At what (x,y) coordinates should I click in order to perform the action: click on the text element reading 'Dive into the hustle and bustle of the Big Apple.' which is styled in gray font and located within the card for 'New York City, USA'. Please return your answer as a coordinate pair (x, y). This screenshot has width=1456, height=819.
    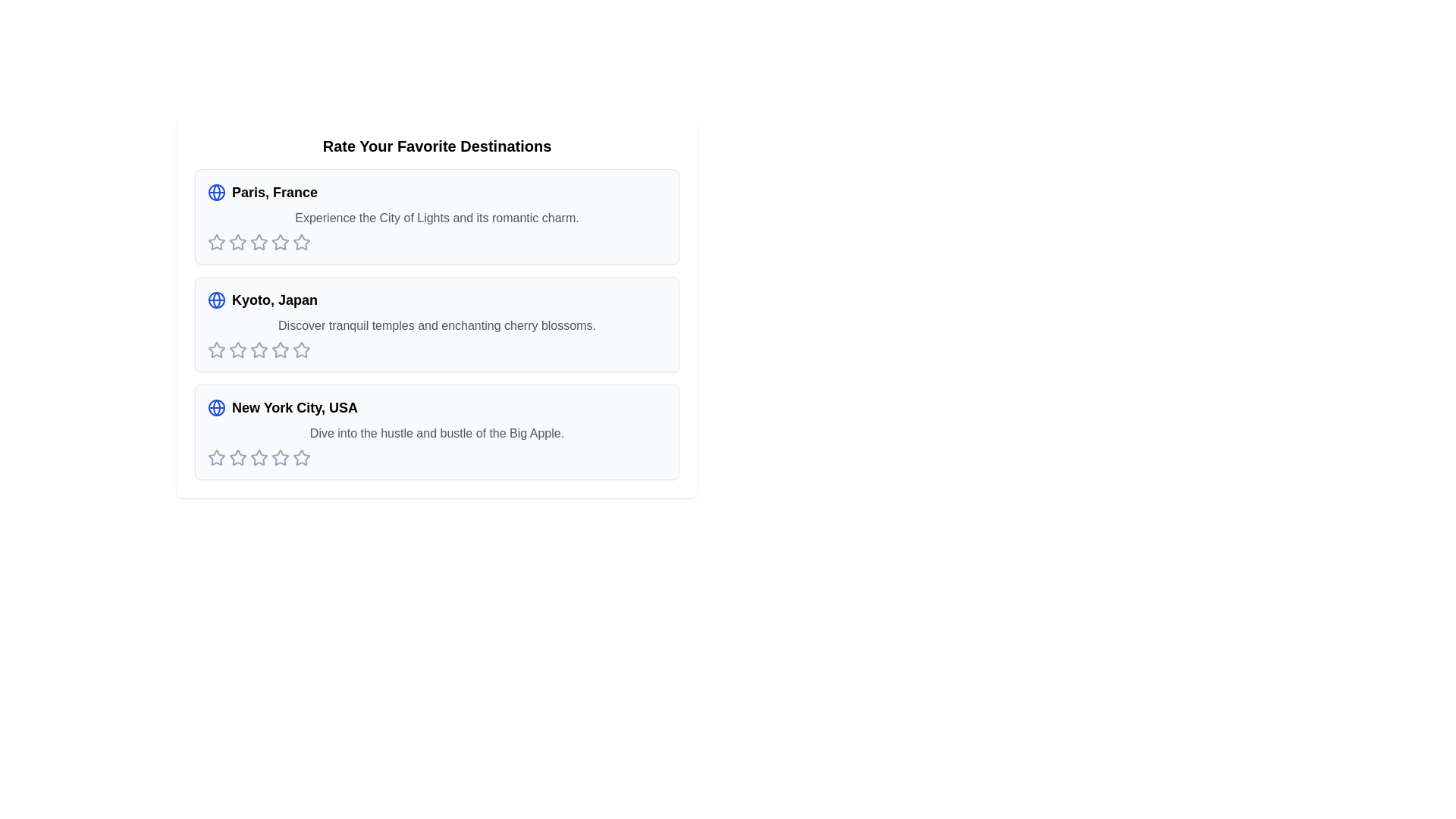
    Looking at the image, I should click on (436, 433).